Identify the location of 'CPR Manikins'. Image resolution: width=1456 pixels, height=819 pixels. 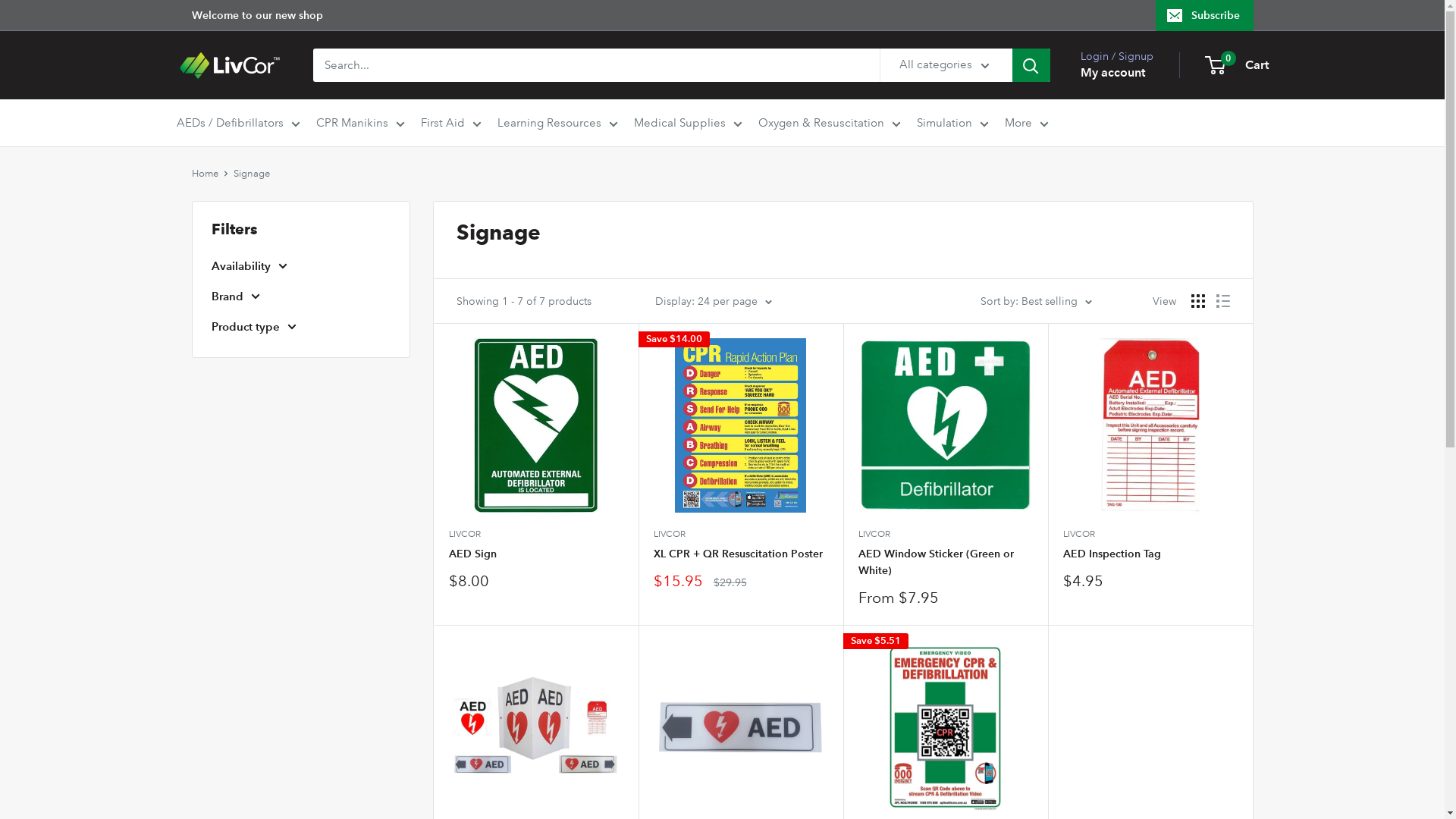
(359, 122).